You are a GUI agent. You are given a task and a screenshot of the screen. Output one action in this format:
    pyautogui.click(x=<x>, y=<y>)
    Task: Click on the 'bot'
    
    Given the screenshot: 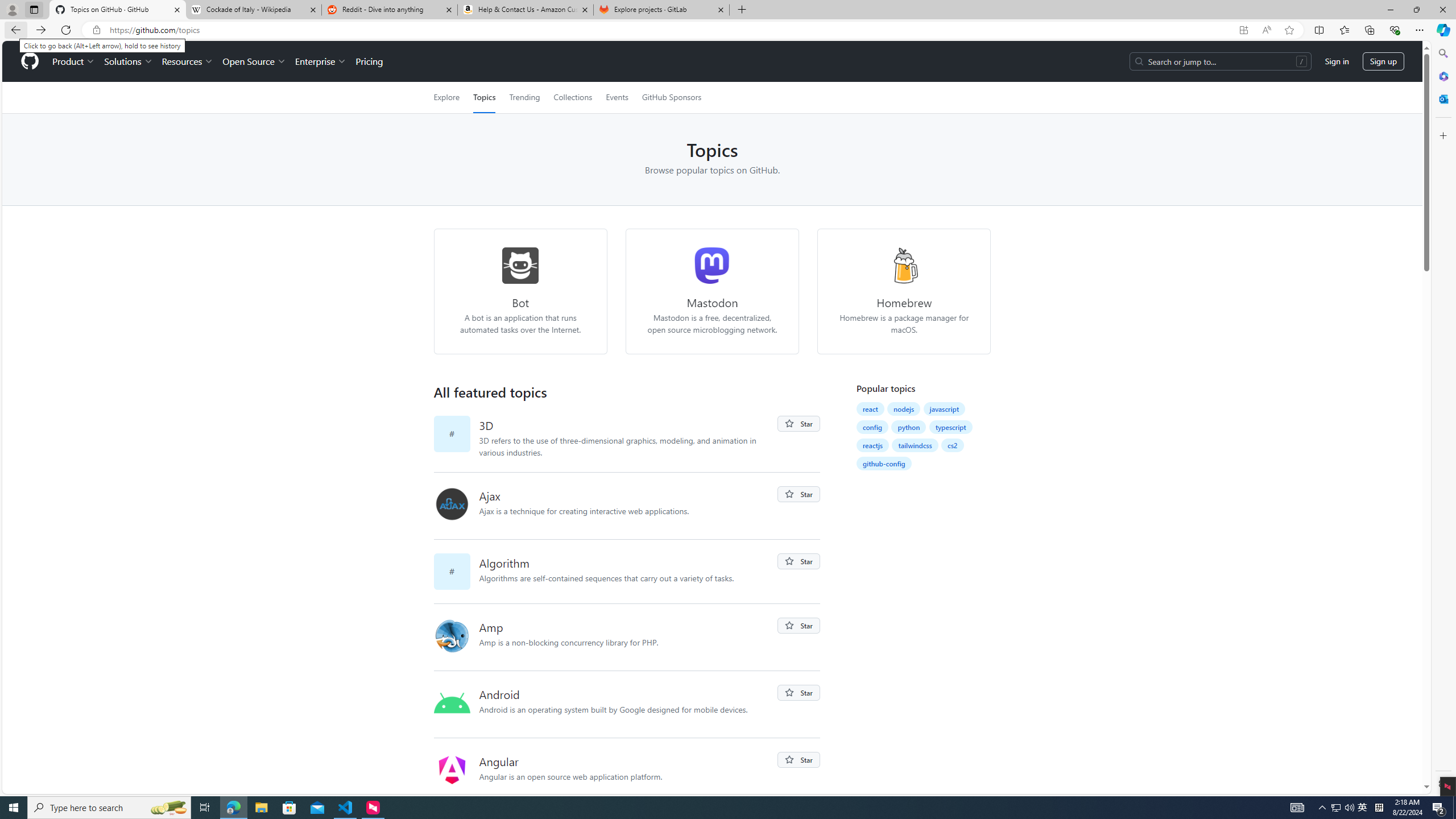 What is the action you would take?
    pyautogui.click(x=520, y=266)
    